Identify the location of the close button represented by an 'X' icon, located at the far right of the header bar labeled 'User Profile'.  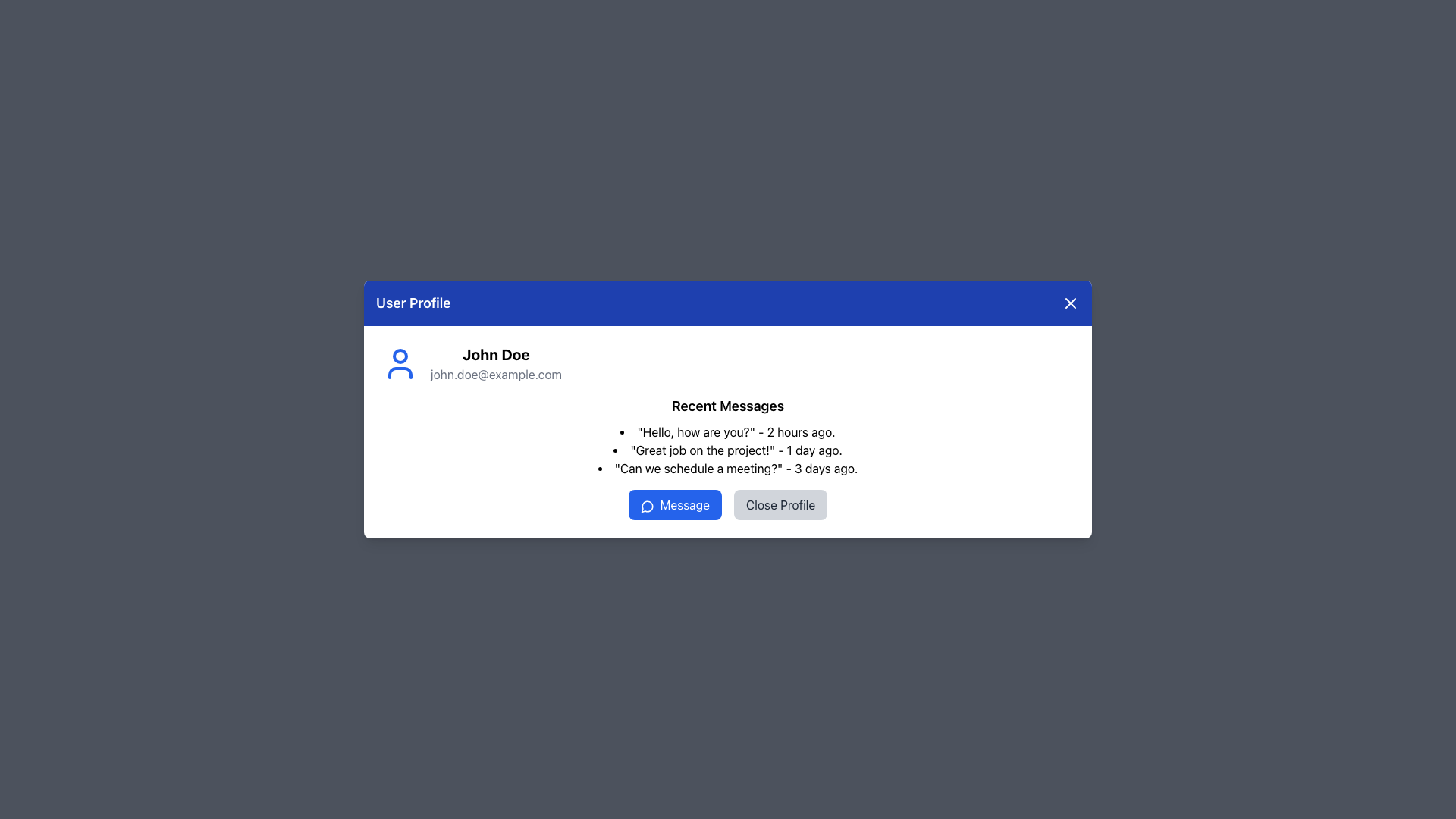
(1069, 303).